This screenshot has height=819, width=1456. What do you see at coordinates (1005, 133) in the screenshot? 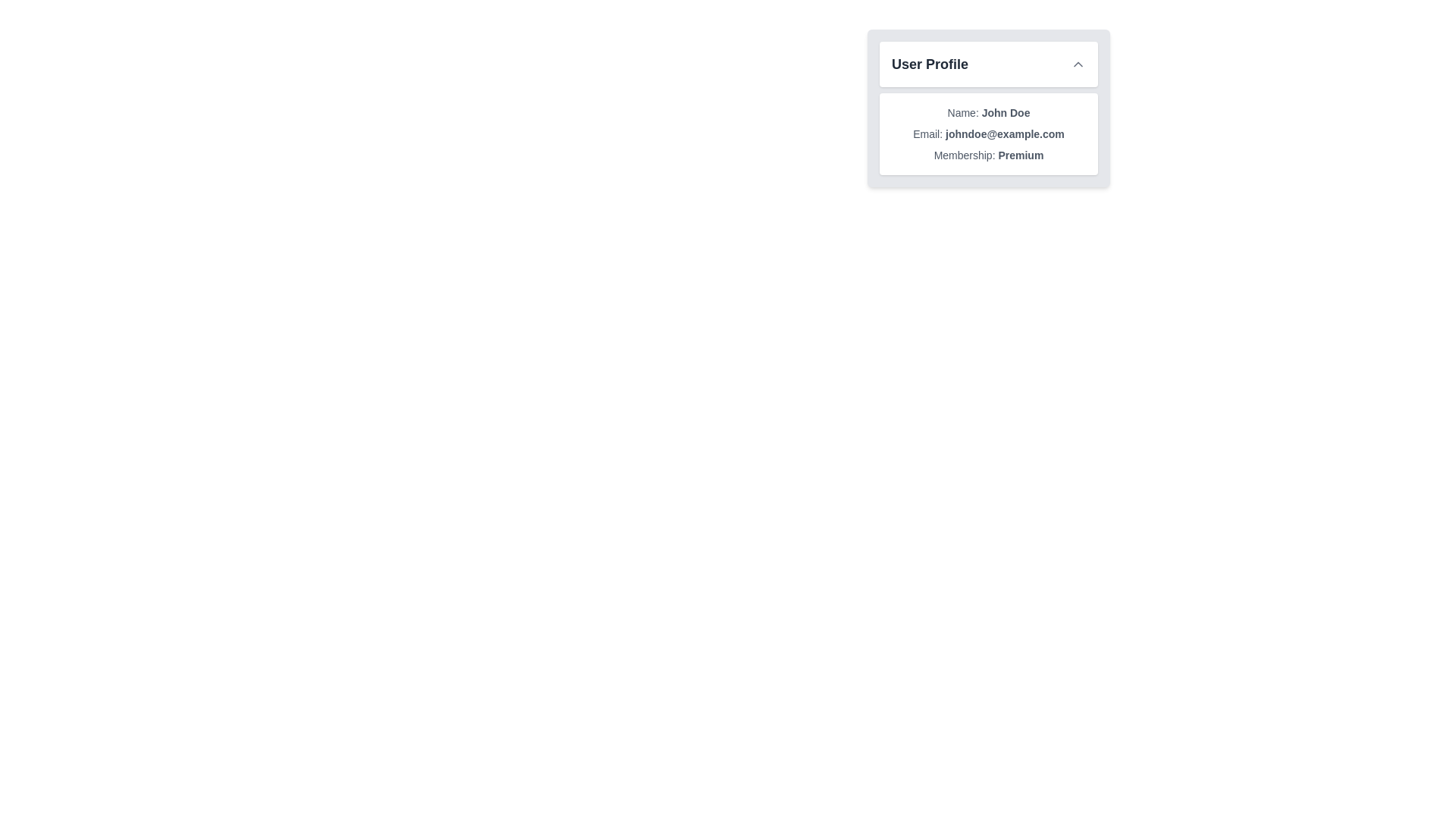
I see `the text display showing the email address 'johndoe@example.com', which is styled with a gray font and positioned next to the label 'Email:' in the user profile section` at bounding box center [1005, 133].